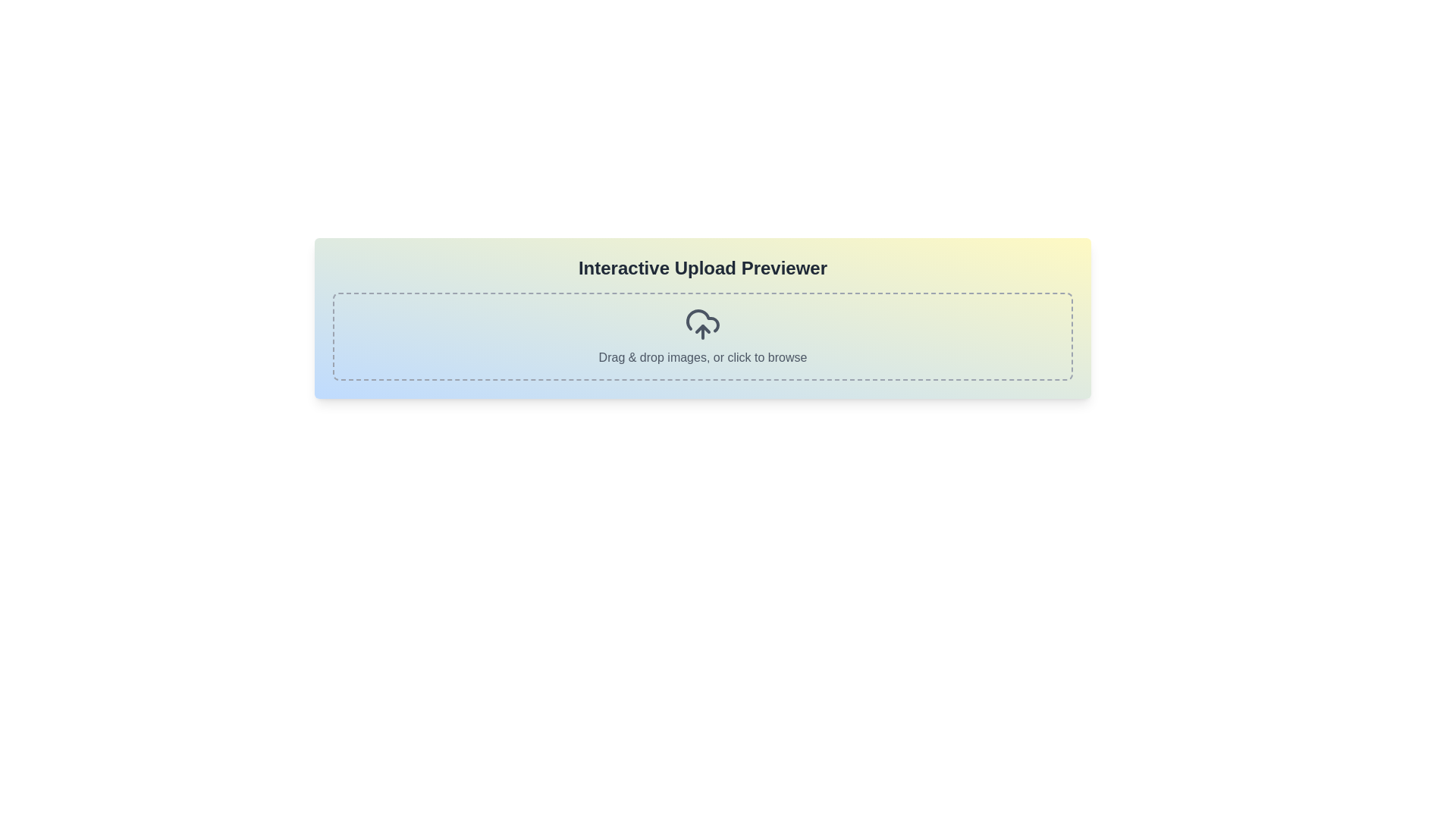  Describe the element at coordinates (701, 324) in the screenshot. I see `the file upload icon located centrally within the dashed box, above the text 'Drag & drop images, or click to browse.'` at that location.